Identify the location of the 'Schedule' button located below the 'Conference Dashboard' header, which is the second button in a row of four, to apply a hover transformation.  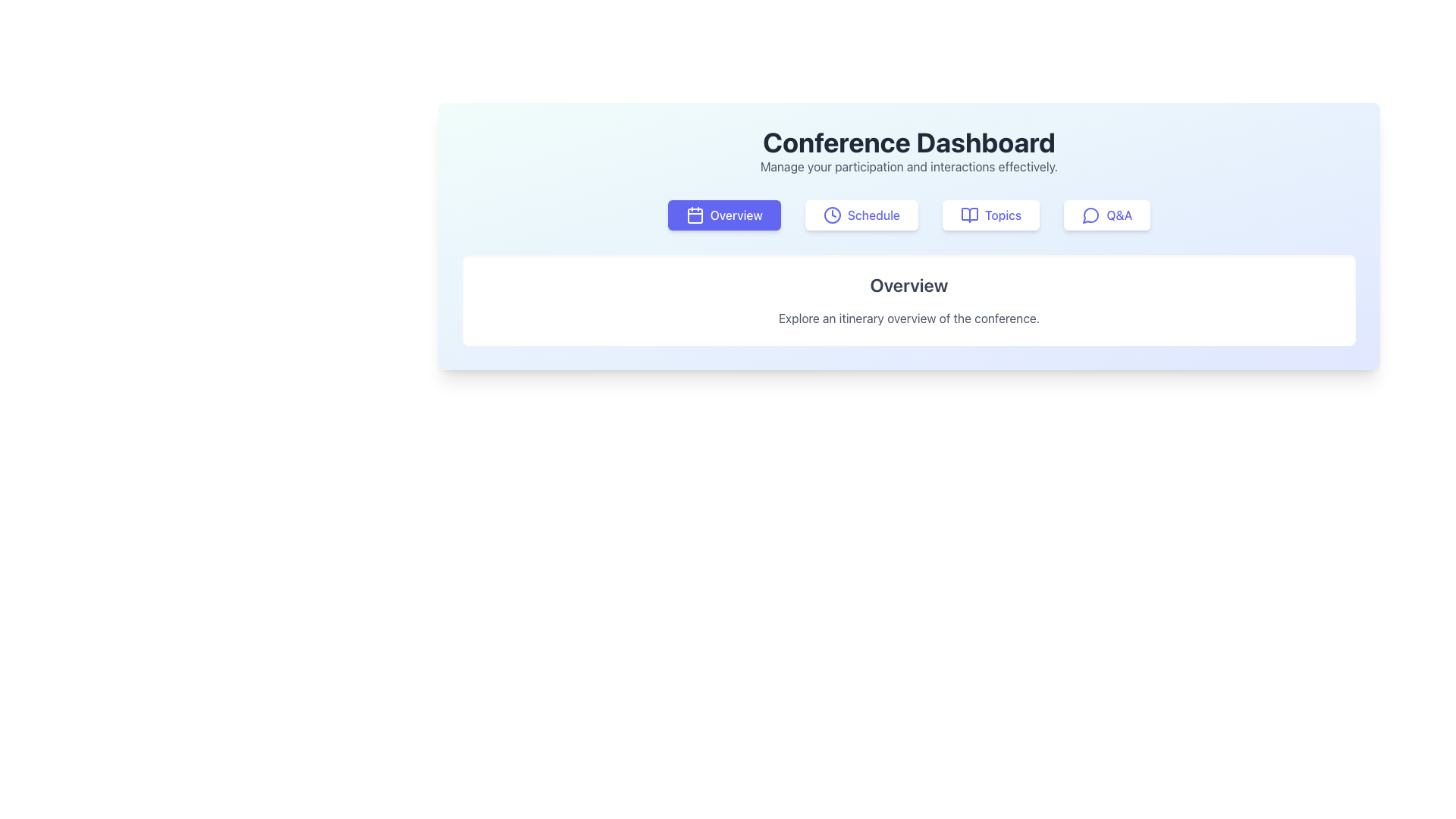
(861, 215).